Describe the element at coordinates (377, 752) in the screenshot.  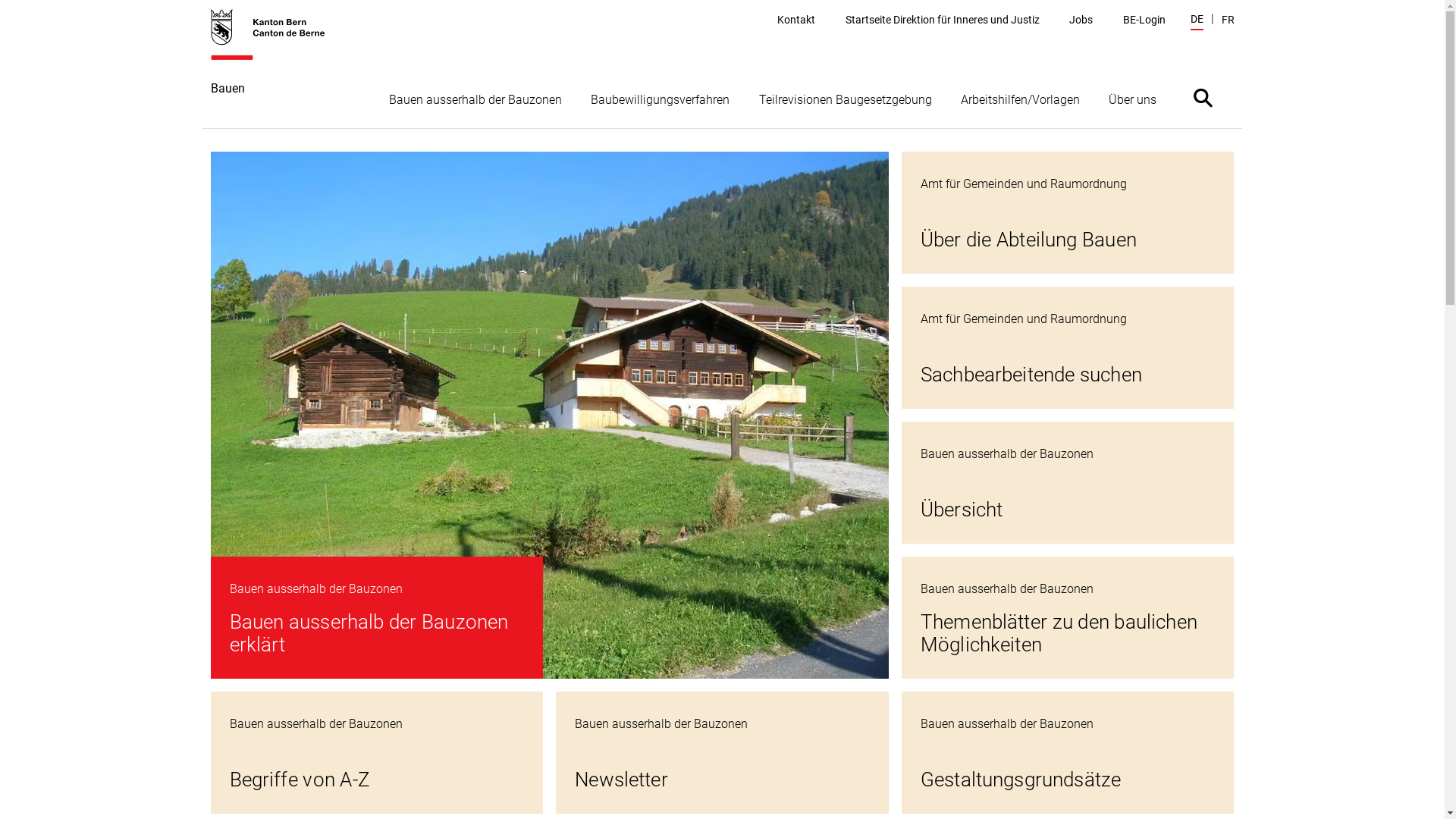
I see `'Begriffe von A-Z` at that location.